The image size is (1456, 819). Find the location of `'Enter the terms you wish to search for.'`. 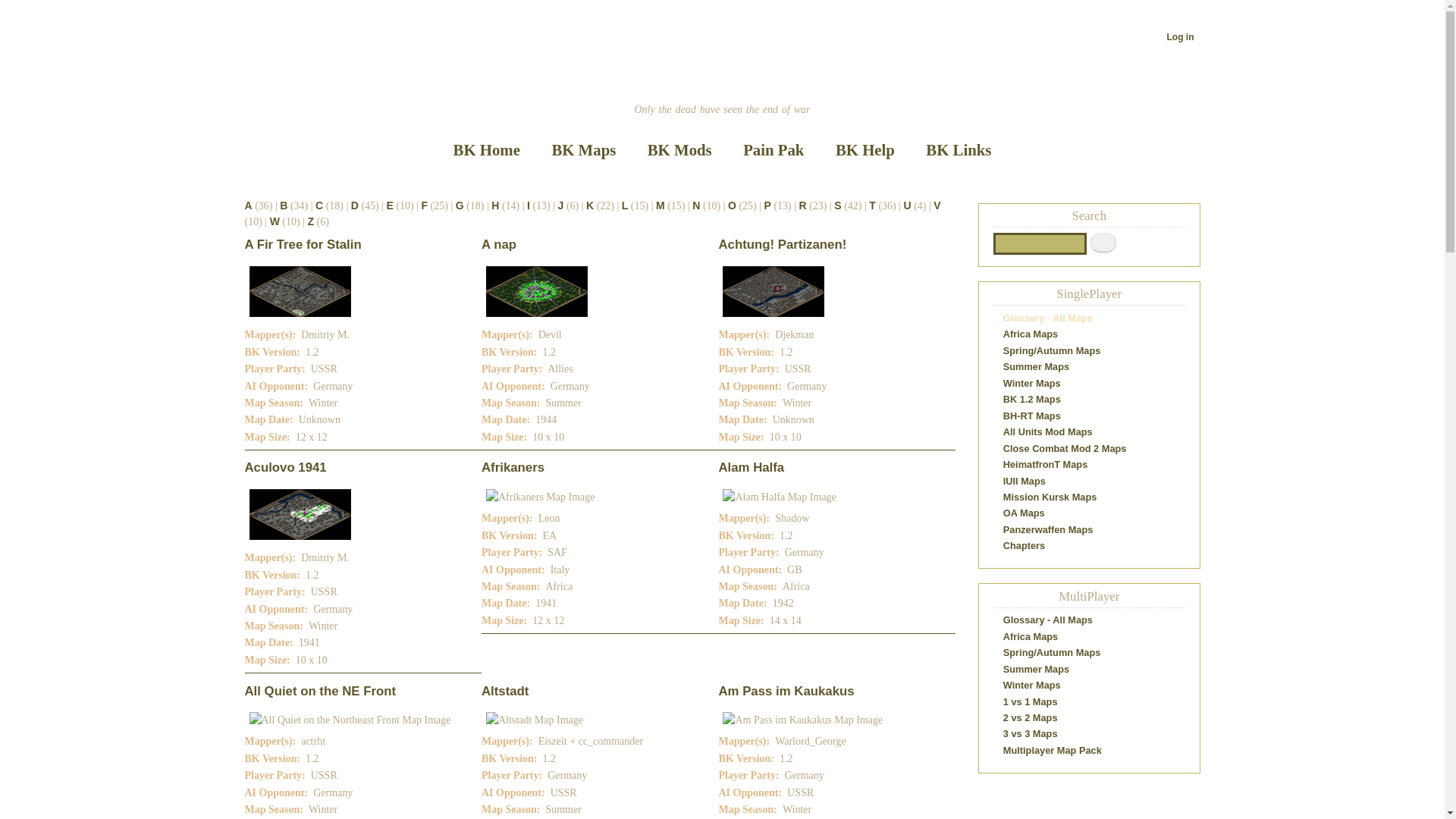

'Enter the terms you wish to search for.' is located at coordinates (1039, 243).